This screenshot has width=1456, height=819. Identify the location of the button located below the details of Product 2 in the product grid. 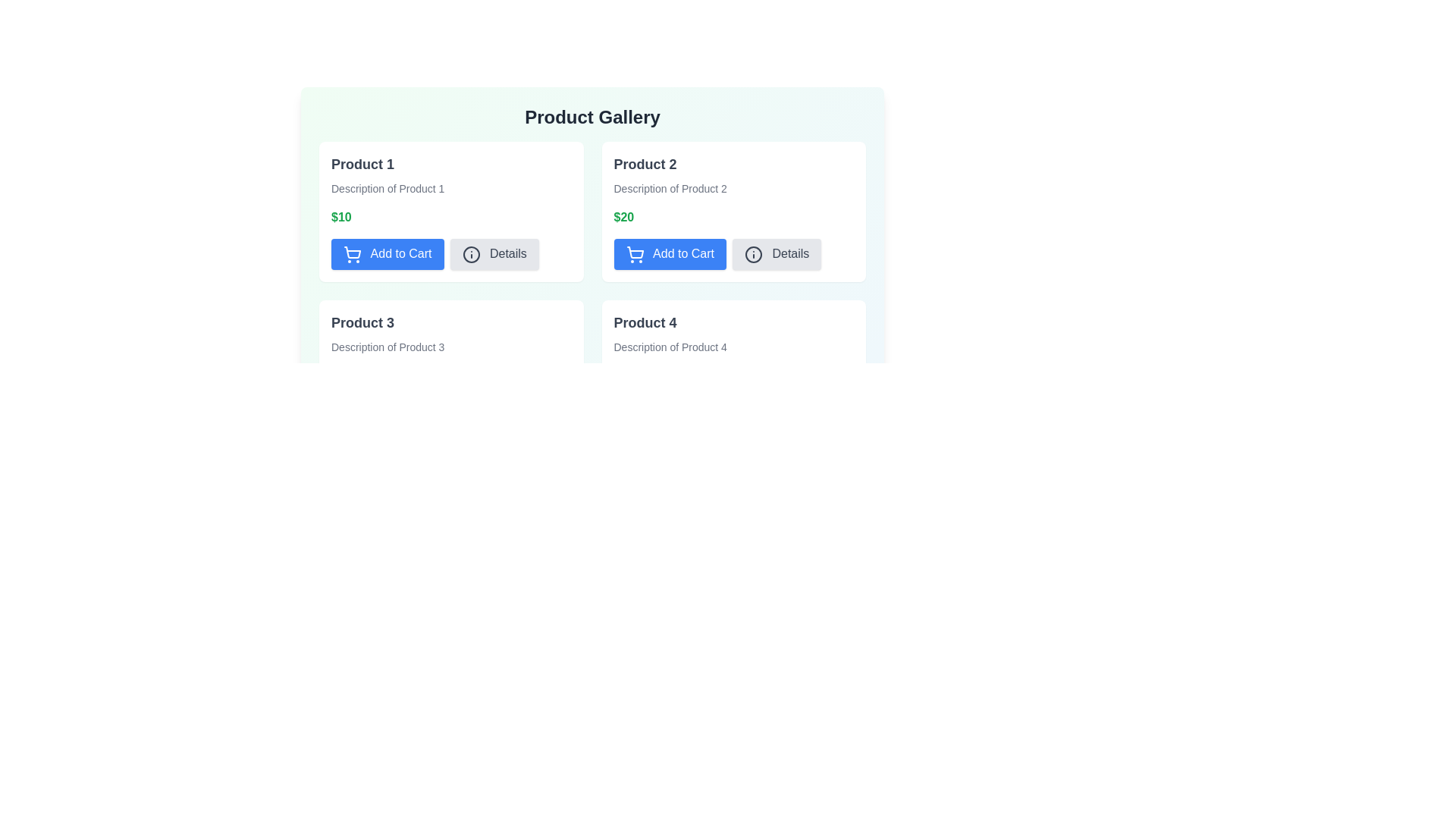
(669, 253).